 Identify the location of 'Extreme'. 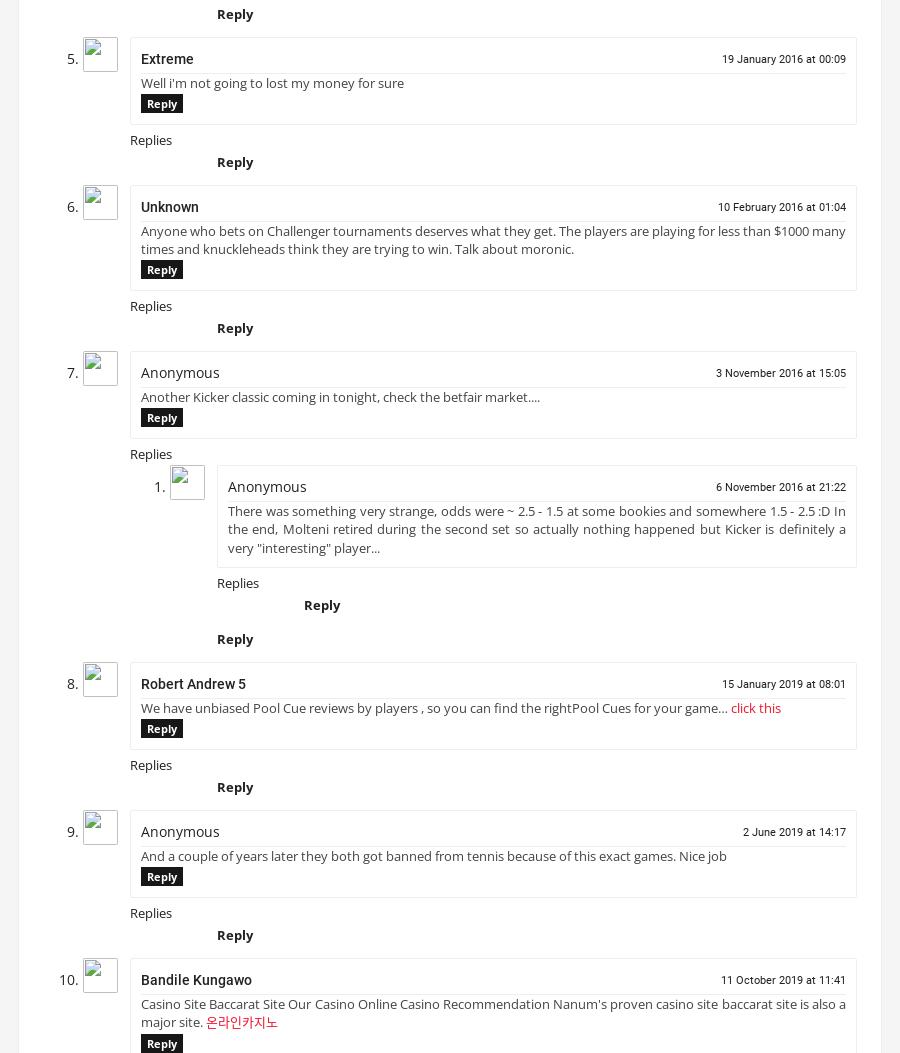
(167, 65).